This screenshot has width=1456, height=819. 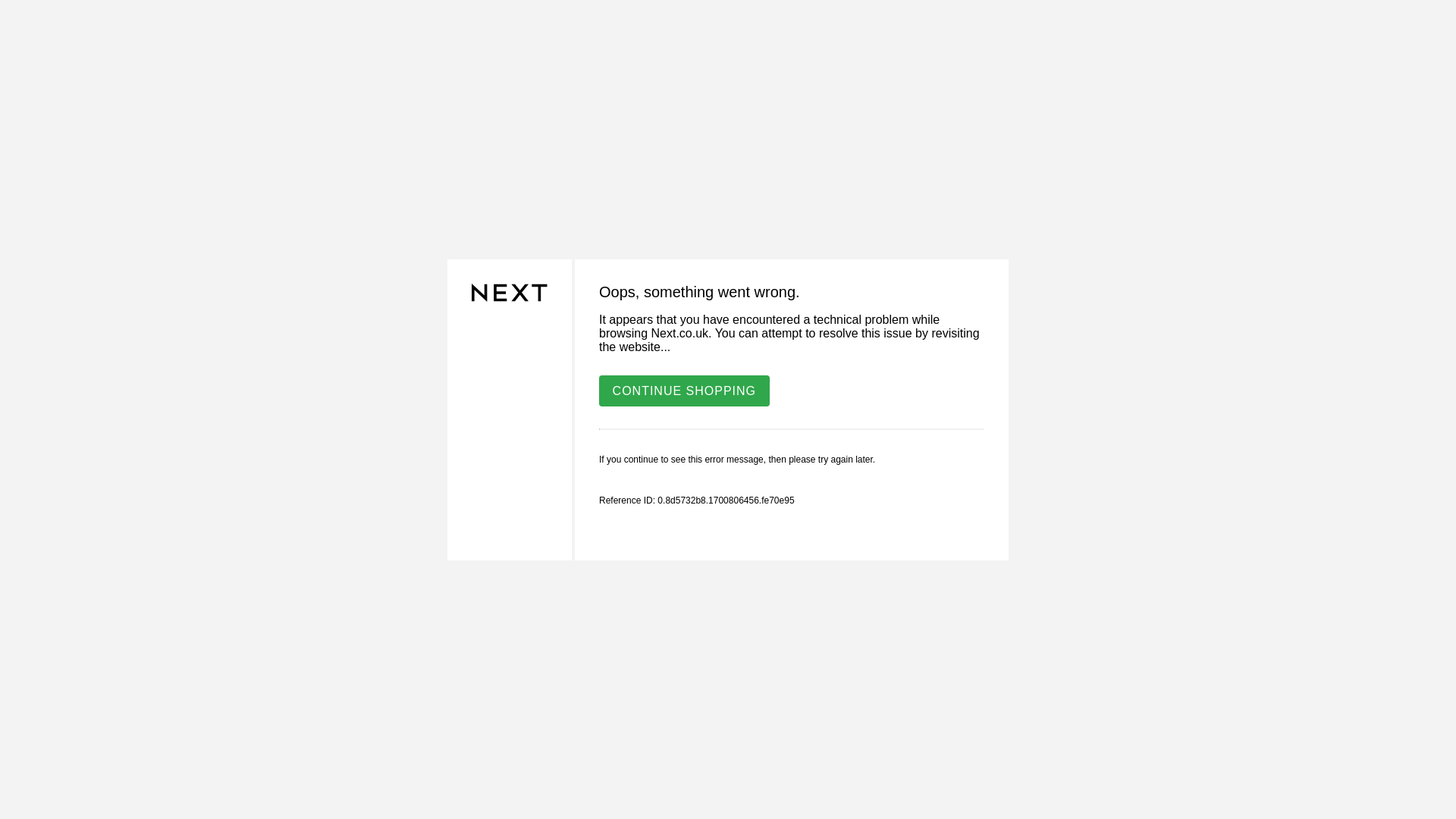 What do you see at coordinates (598, 389) in the screenshot?
I see `'CONTINUE SHOPPING'` at bounding box center [598, 389].